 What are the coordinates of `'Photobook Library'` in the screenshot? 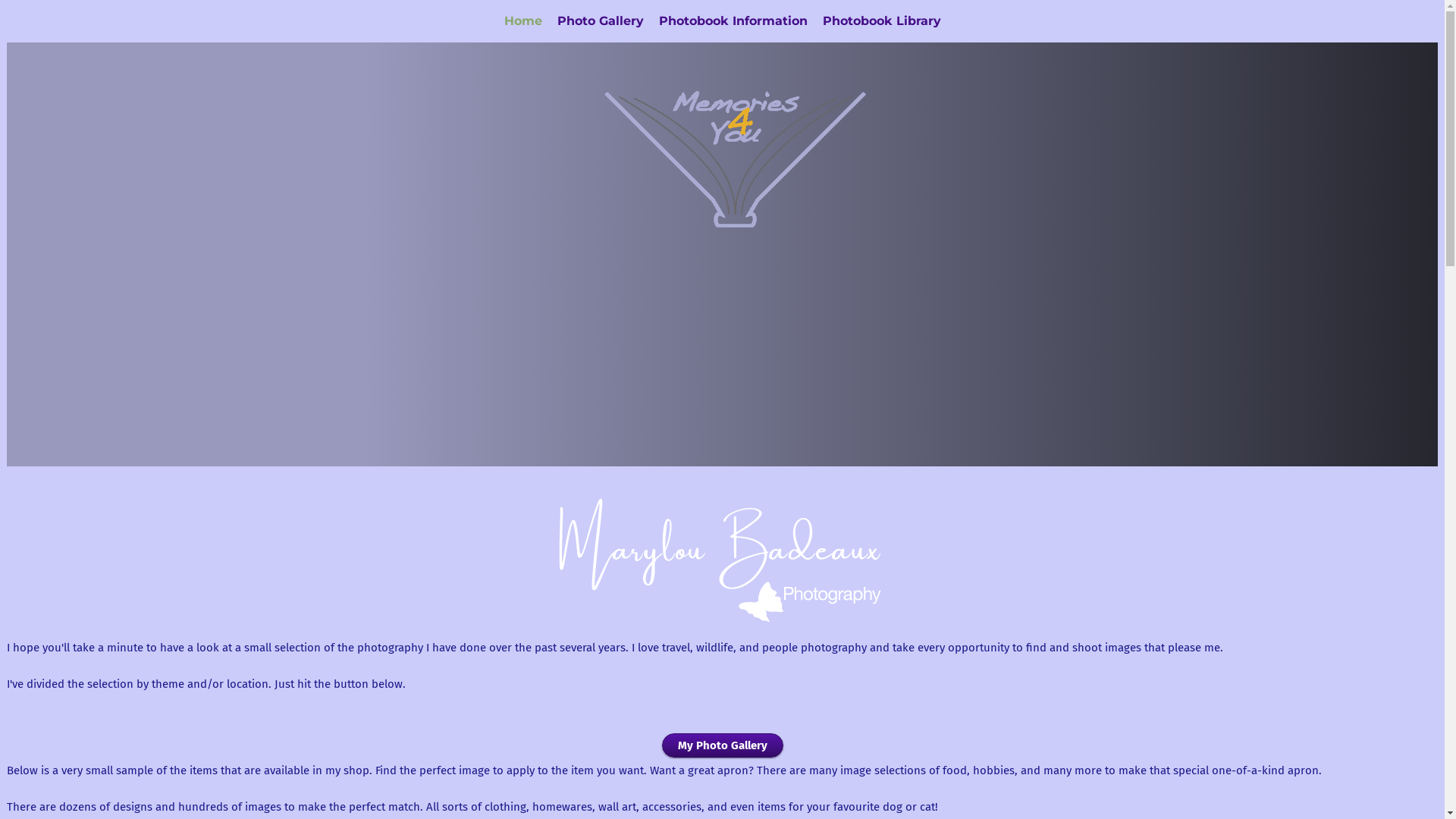 It's located at (880, 20).